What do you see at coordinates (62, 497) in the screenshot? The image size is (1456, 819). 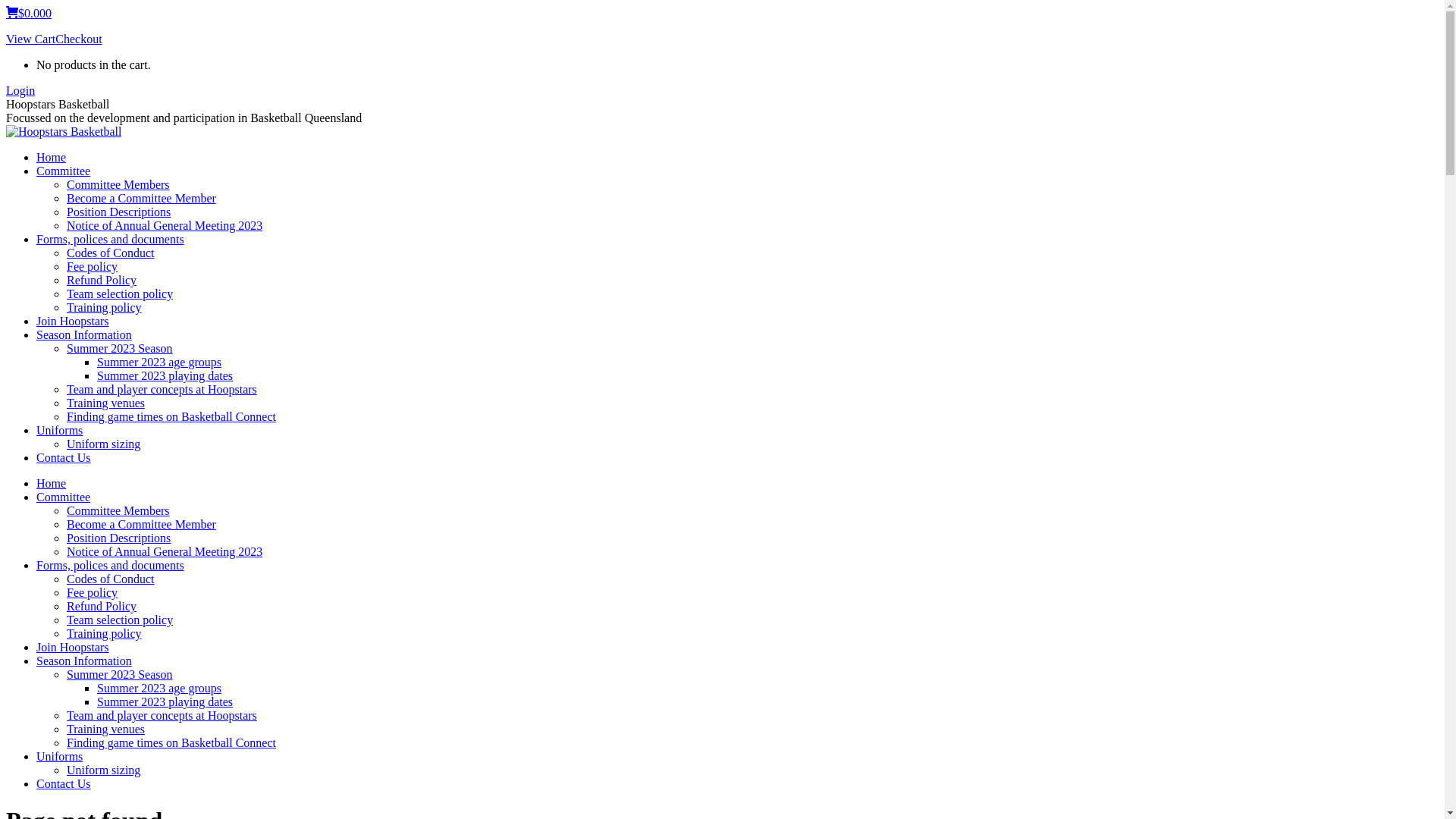 I see `'Committee'` at bounding box center [62, 497].